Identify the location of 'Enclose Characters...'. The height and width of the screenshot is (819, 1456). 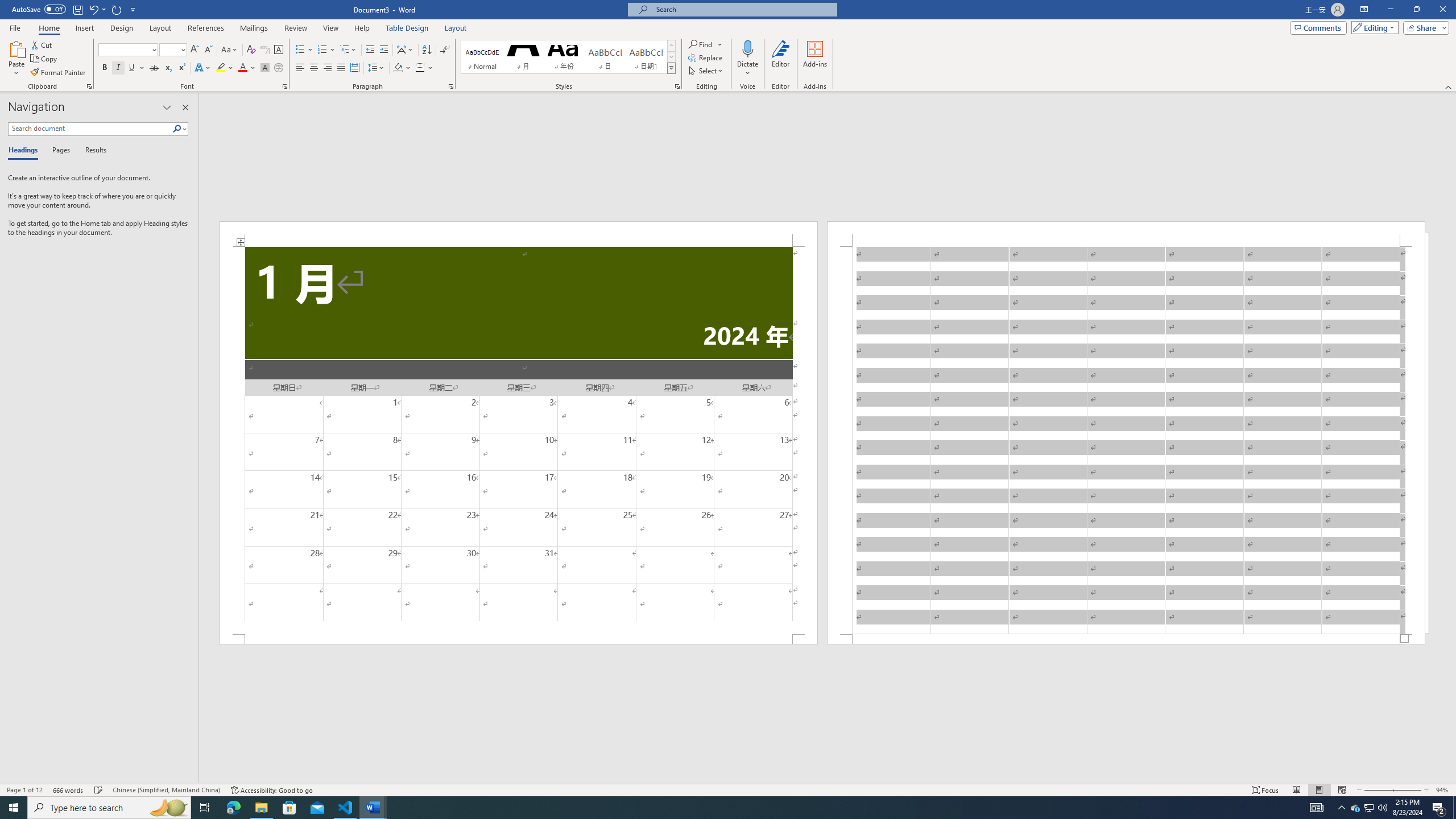
(278, 67).